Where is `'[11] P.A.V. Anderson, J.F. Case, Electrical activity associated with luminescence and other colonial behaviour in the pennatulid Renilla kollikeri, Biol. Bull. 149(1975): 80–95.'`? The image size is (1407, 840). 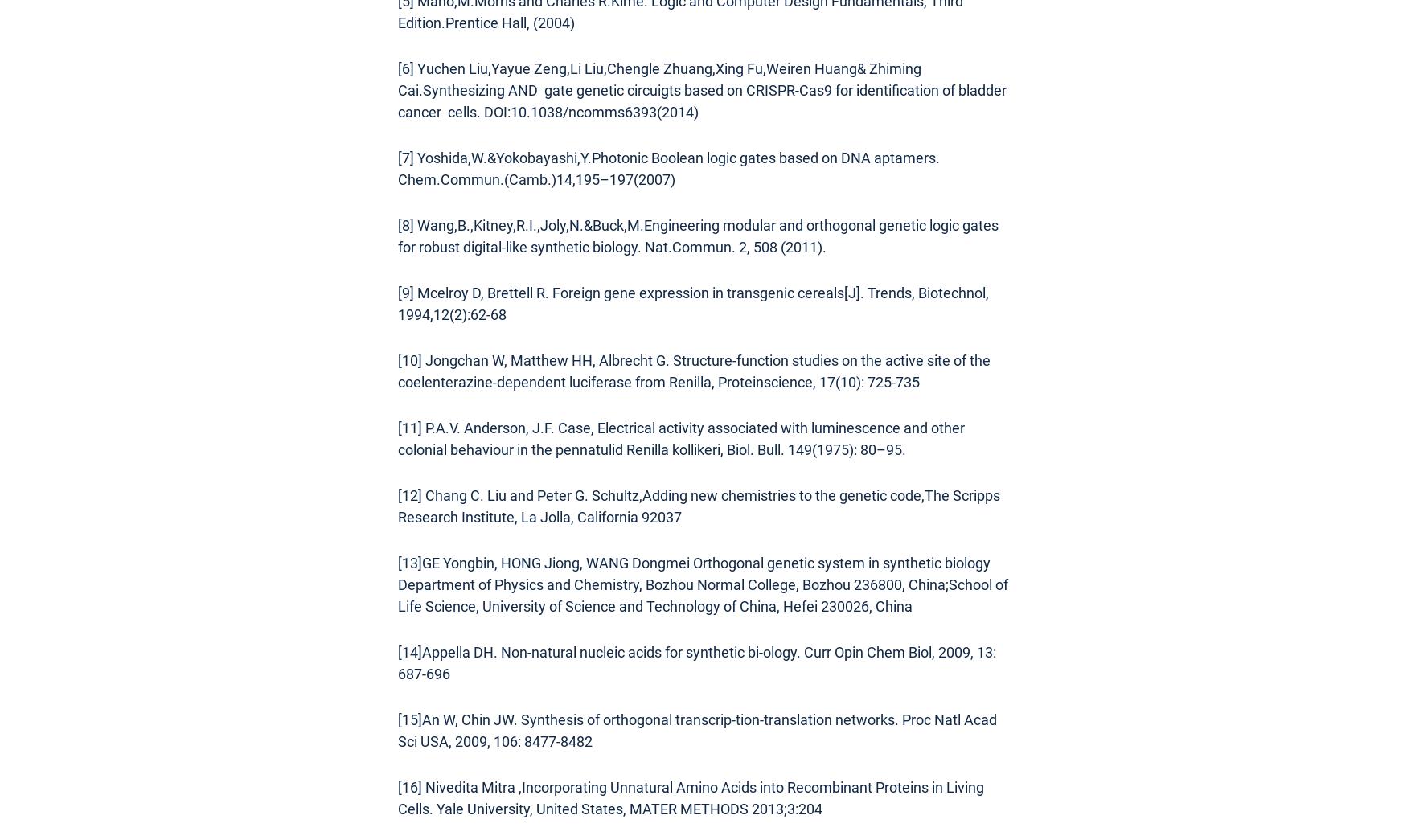
'[11] P.A.V. Anderson, J.F. Case, Electrical activity associated with luminescence and other colonial behaviour in the pennatulid Renilla kollikeri, Biol. Bull. 149(1975): 80–95.' is located at coordinates (681, 439).